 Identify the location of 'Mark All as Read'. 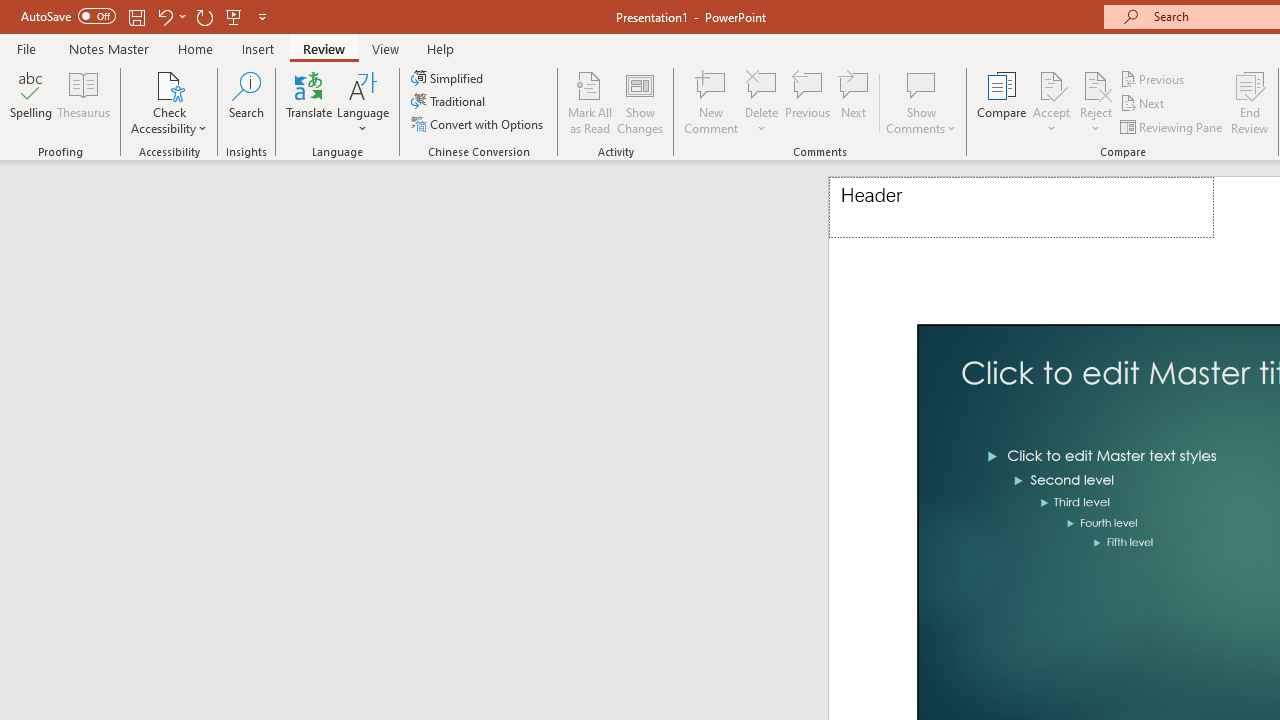
(589, 103).